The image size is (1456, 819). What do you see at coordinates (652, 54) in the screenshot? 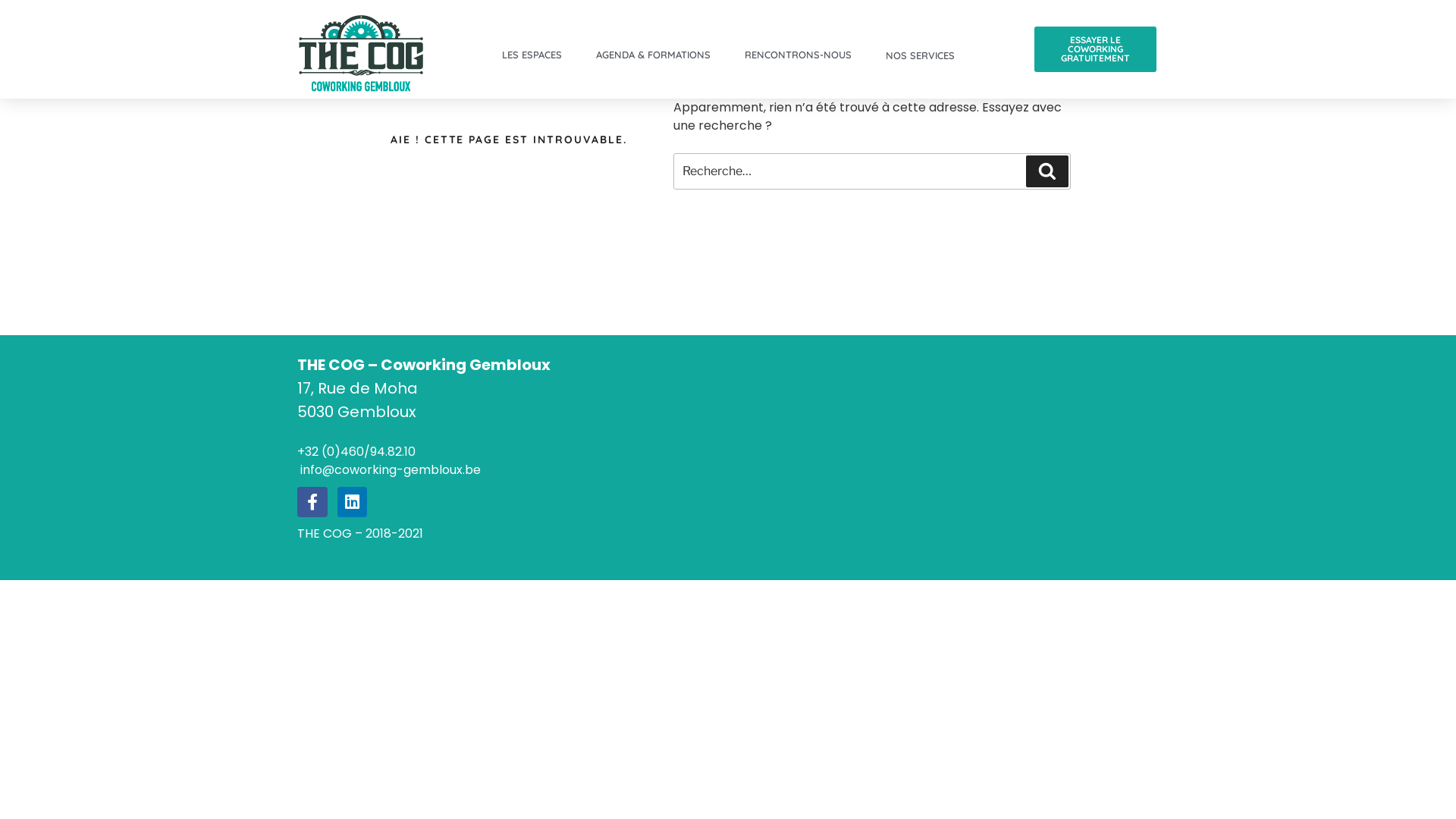
I see `'AGENDA & FORMATIONS'` at bounding box center [652, 54].